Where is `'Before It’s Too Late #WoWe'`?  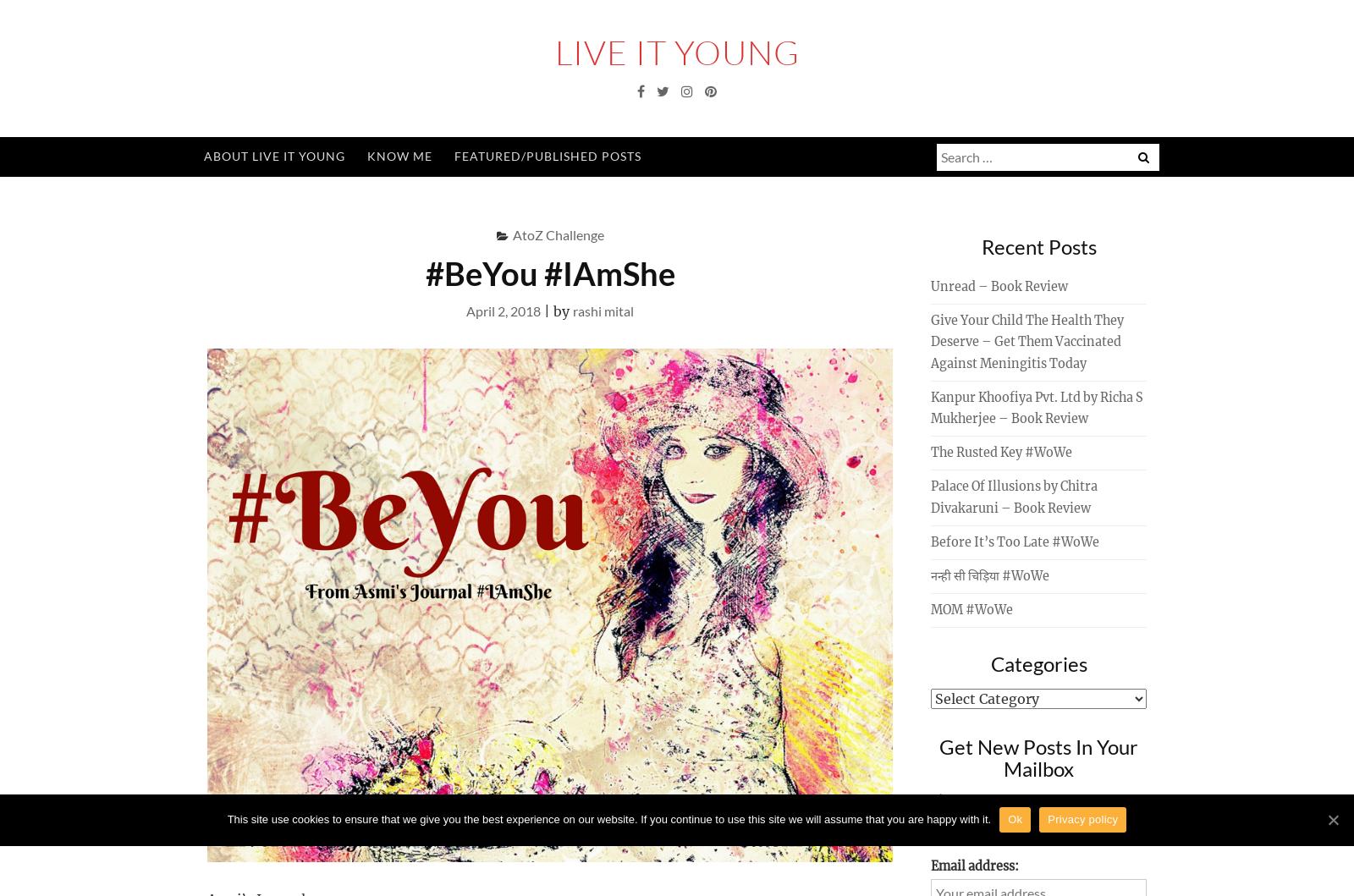
'Before It’s Too Late #WoWe' is located at coordinates (1015, 541).